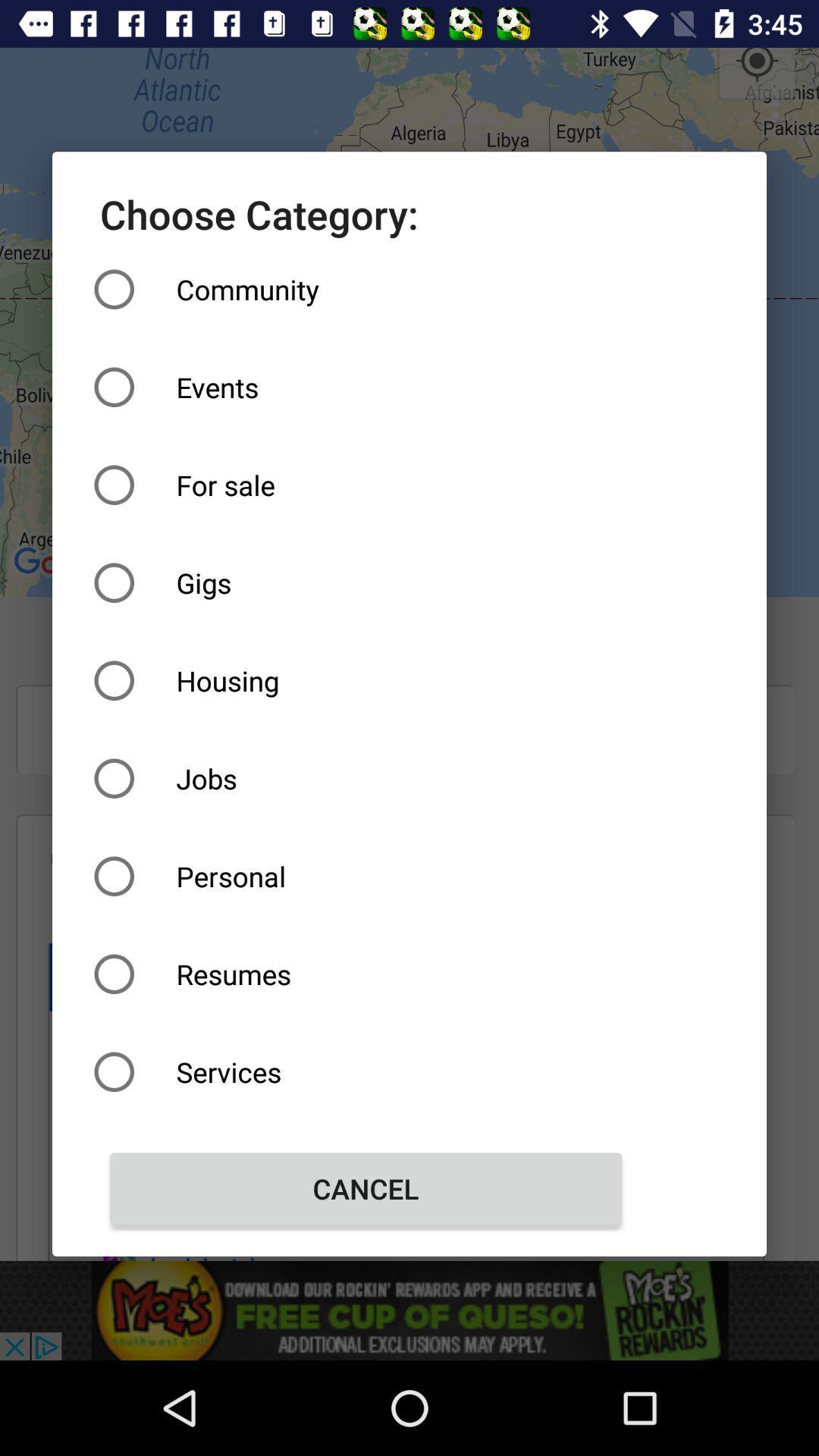 This screenshot has width=819, height=1456. I want to click on services, so click(366, 1071).